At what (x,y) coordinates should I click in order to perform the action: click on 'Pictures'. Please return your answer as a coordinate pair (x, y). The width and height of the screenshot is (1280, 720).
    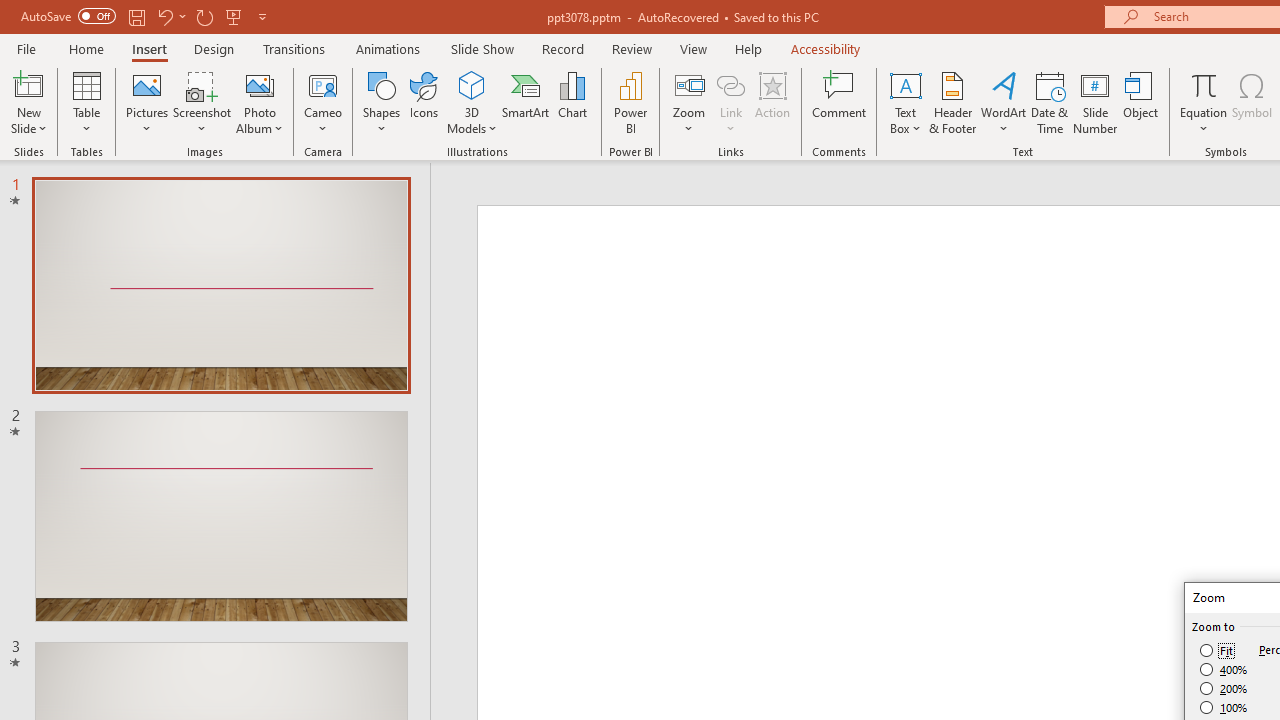
    Looking at the image, I should click on (146, 103).